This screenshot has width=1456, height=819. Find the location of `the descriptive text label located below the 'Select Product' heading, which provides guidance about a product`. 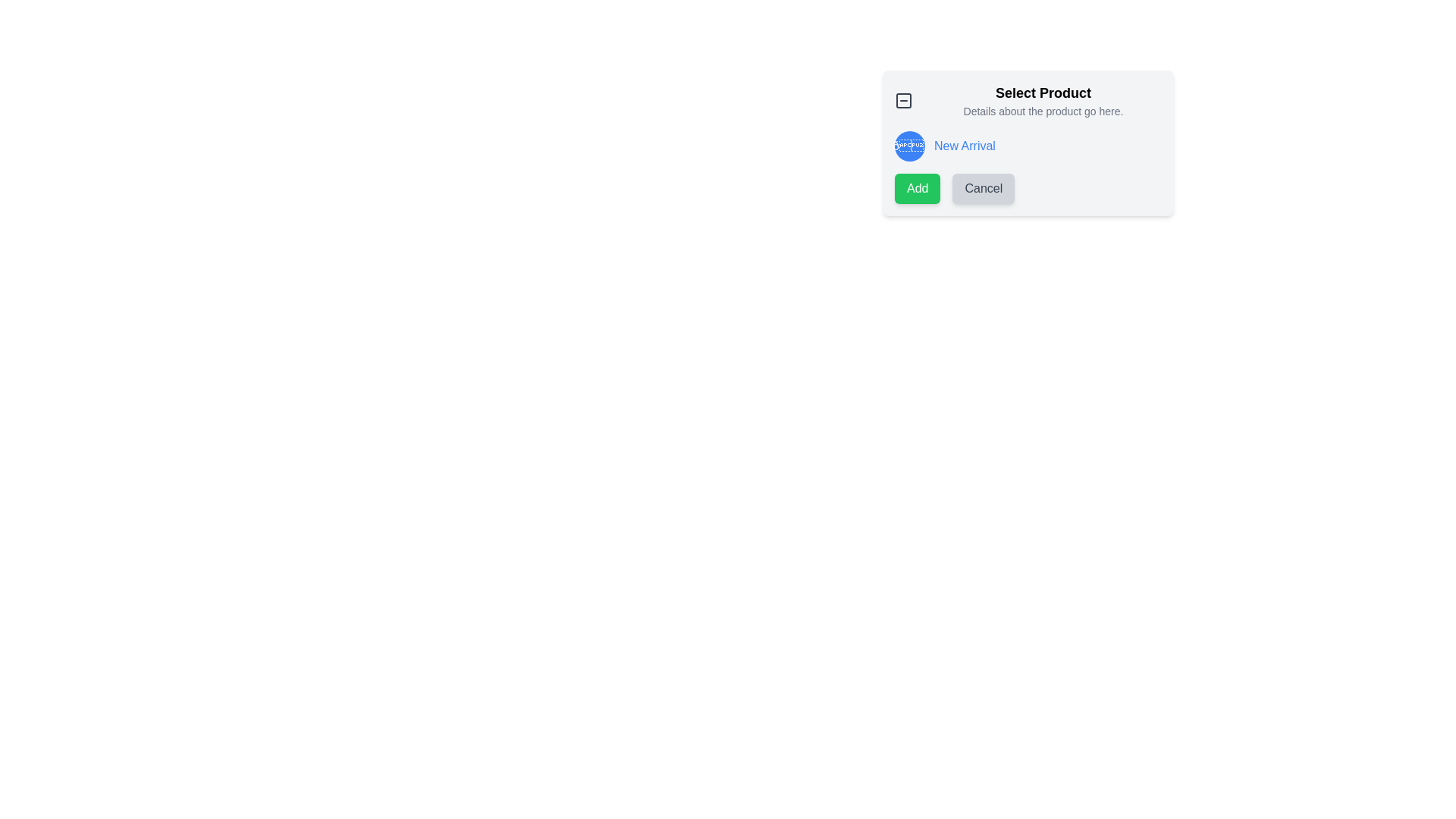

the descriptive text label located below the 'Select Product' heading, which provides guidance about a product is located at coordinates (1043, 110).